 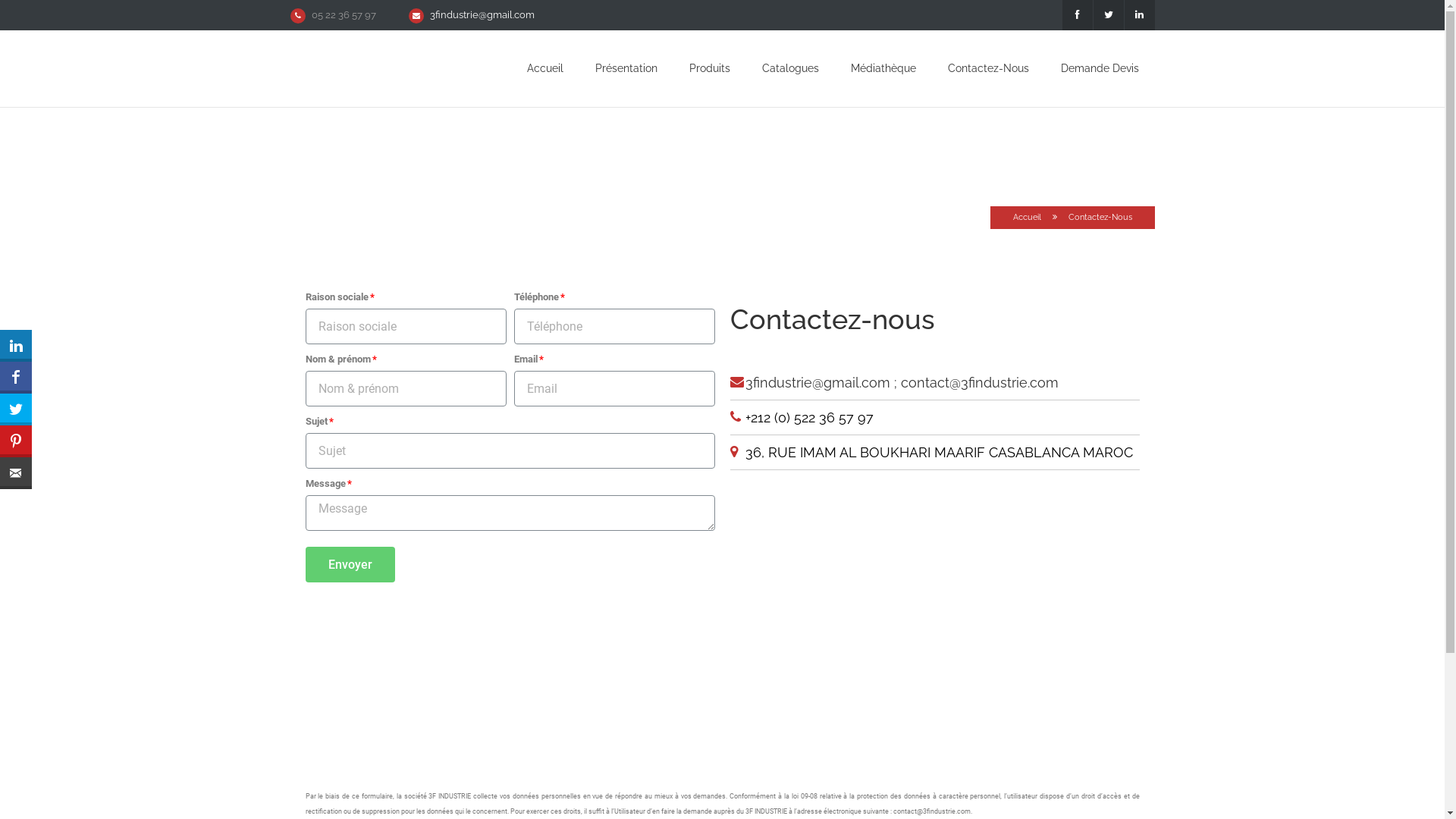 What do you see at coordinates (1099, 67) in the screenshot?
I see `'Demande Devis'` at bounding box center [1099, 67].